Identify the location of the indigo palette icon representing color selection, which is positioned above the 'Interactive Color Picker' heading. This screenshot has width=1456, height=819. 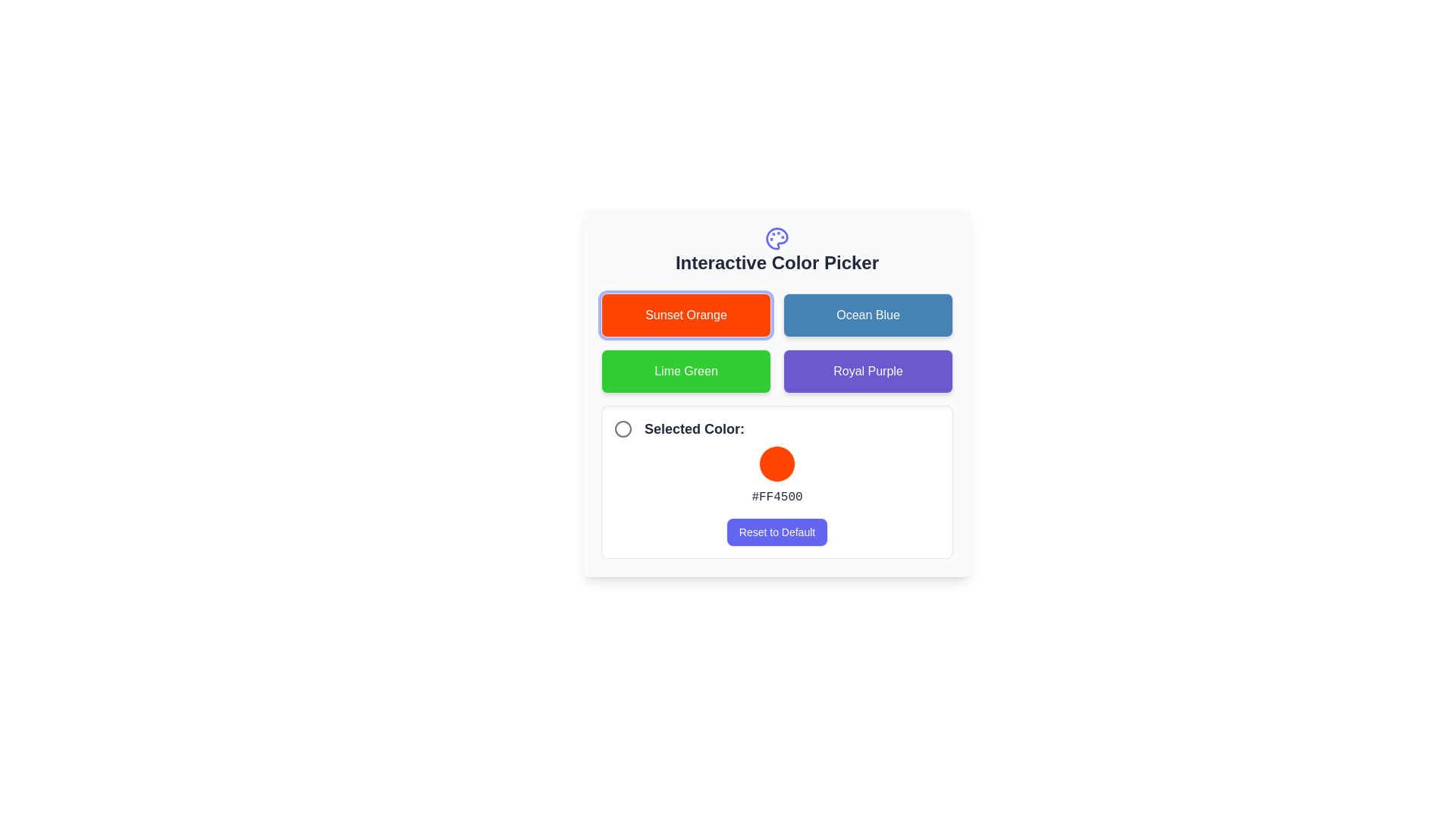
(777, 239).